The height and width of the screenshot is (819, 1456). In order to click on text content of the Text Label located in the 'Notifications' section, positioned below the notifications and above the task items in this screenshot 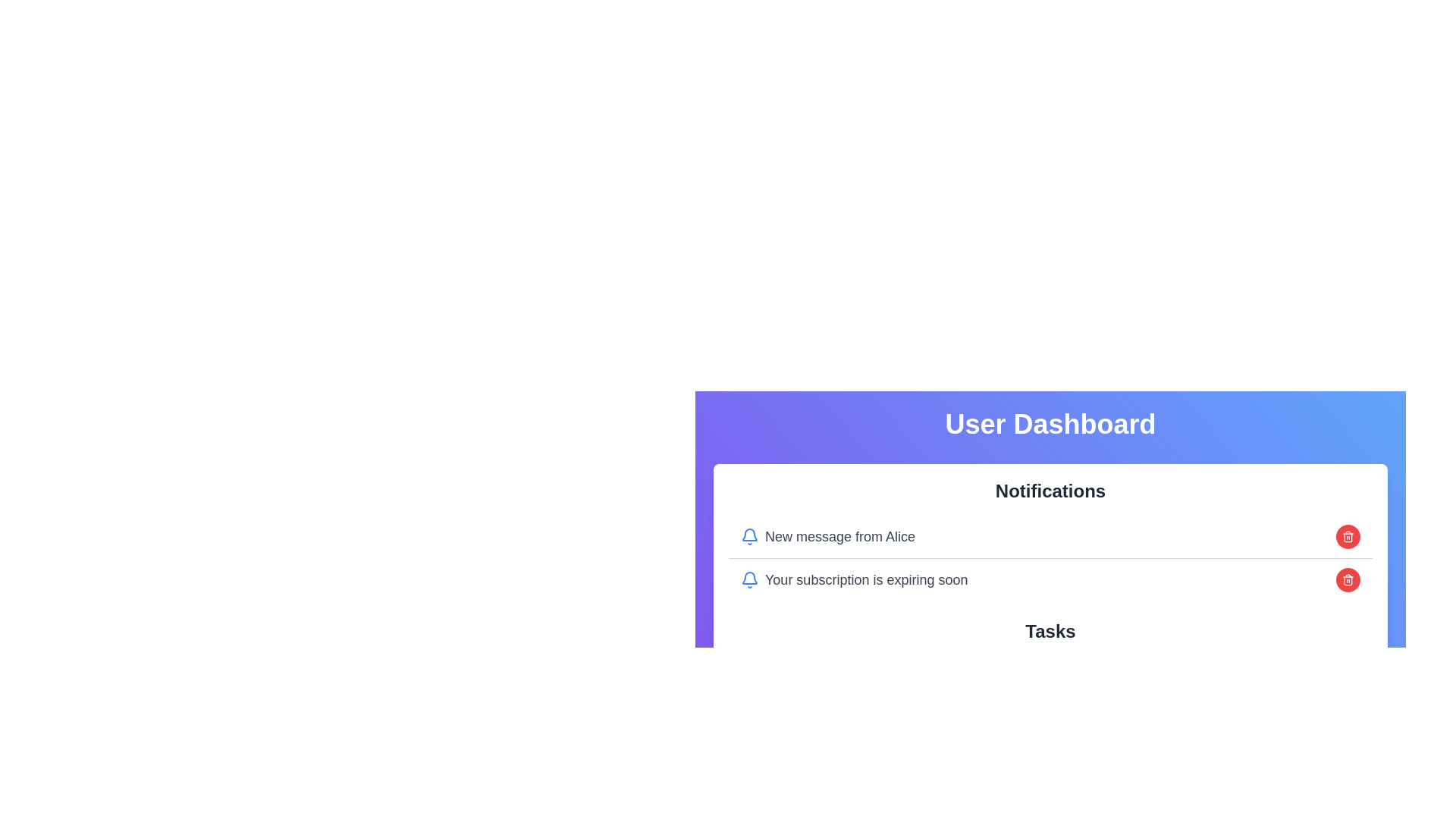, I will do `click(1050, 632)`.